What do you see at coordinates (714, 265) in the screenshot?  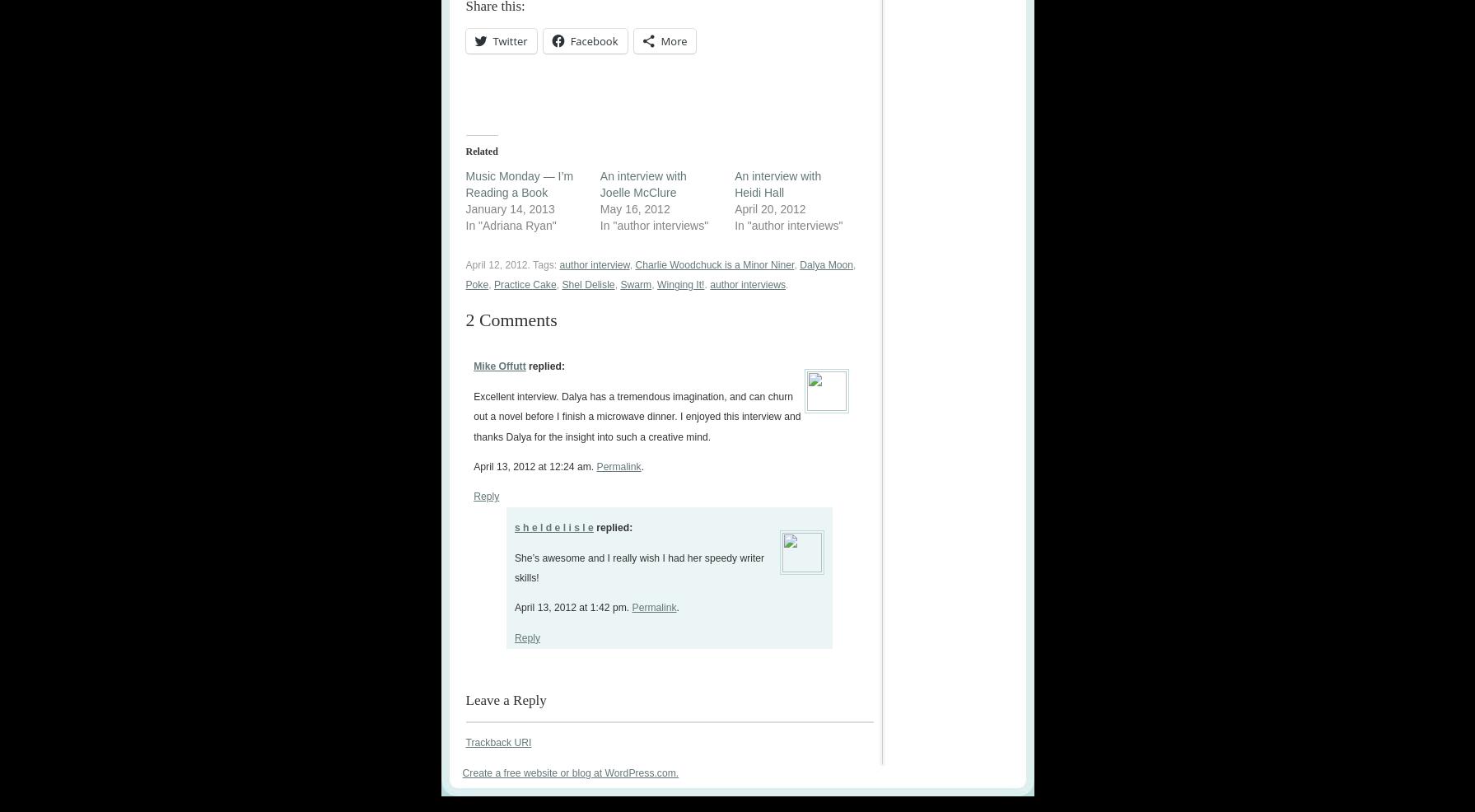 I see `'Charlie Woodchuck is a Minor Niner'` at bounding box center [714, 265].